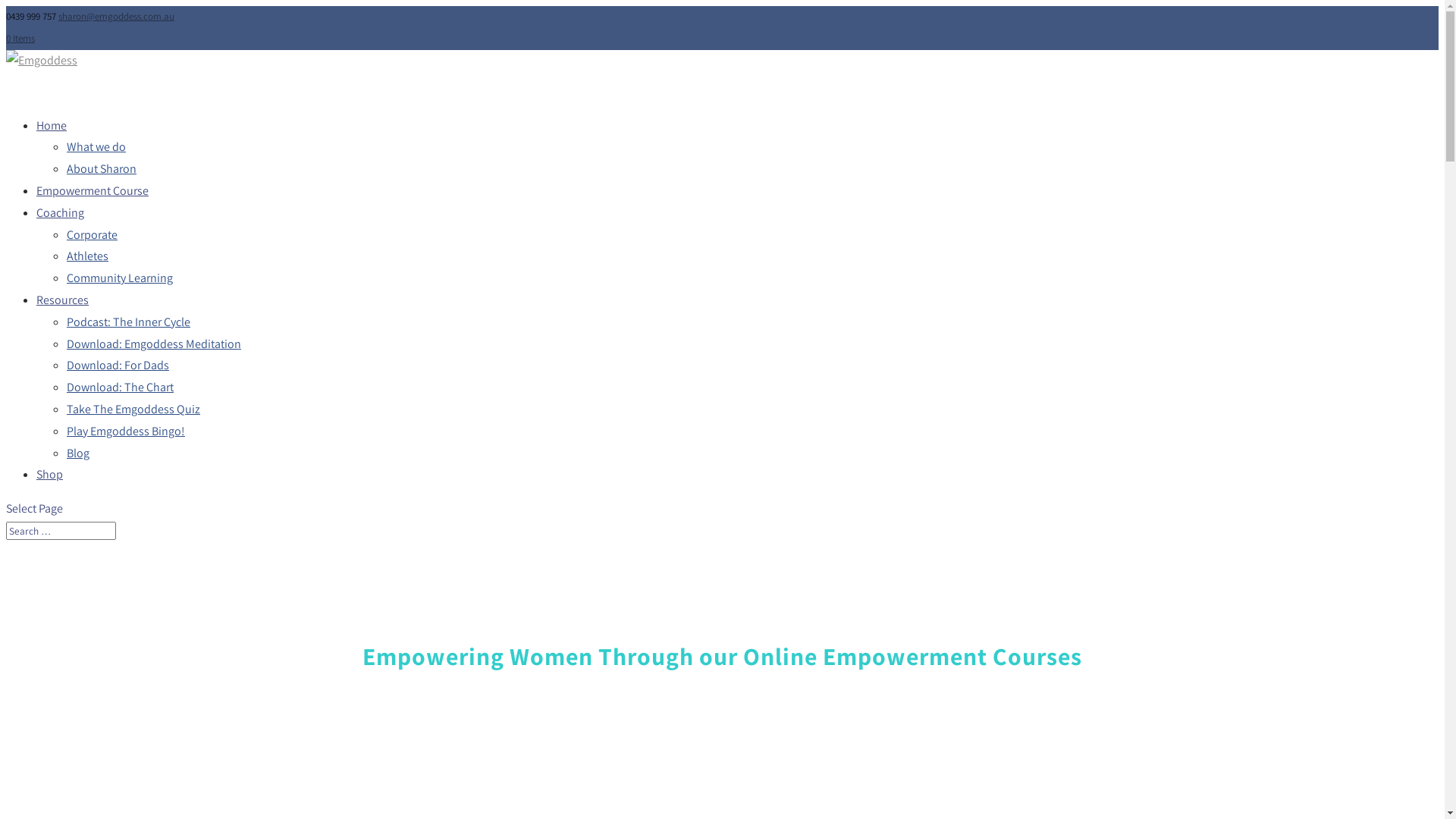  Describe the element at coordinates (65, 431) in the screenshot. I see `'Play Emgoddess Bingo!'` at that location.